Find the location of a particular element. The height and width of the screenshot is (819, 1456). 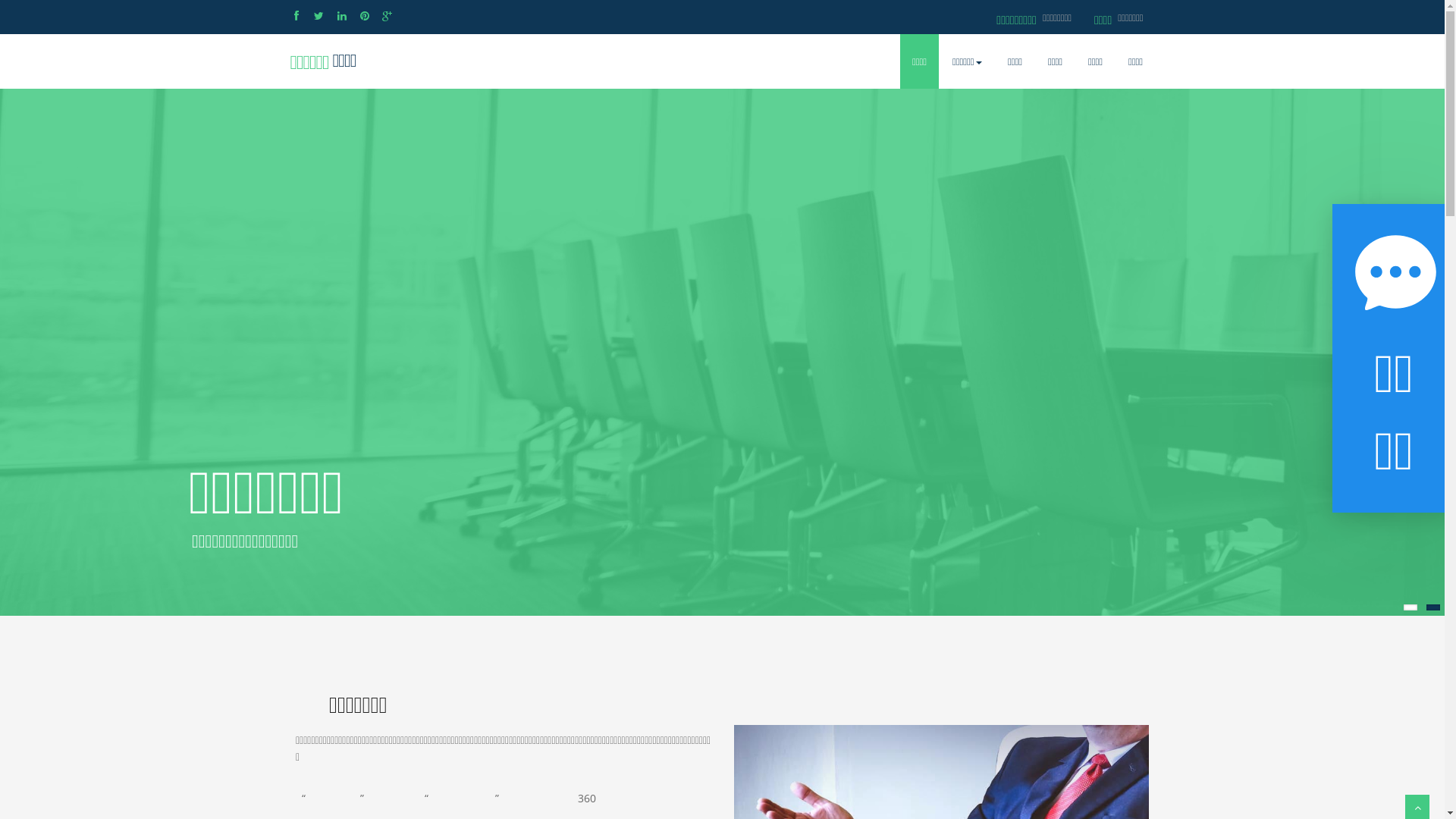

'1' is located at coordinates (1410, 607).